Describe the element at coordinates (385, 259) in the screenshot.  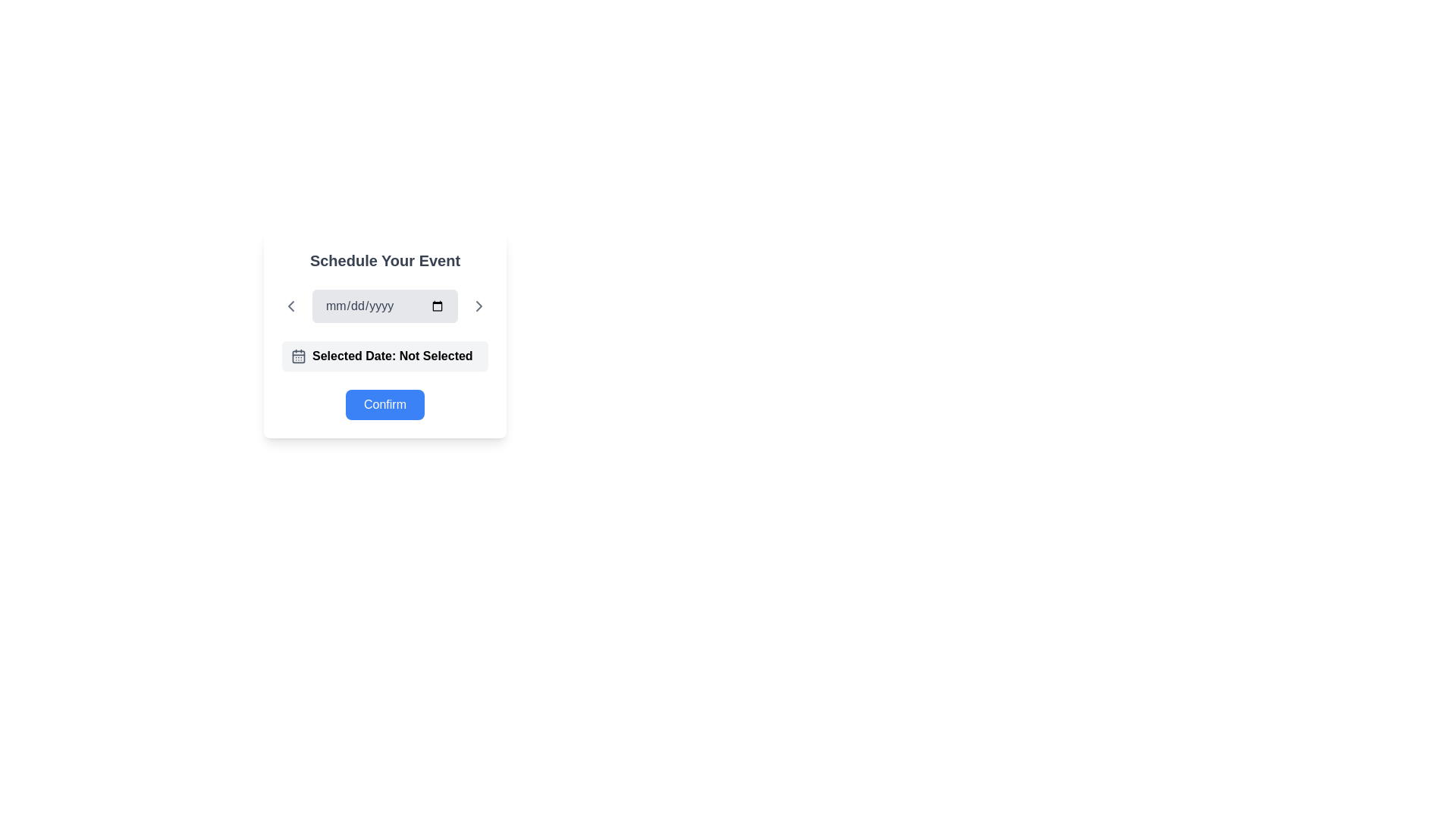
I see `the bold, extra-large gray text 'Schedule Your Event' at the top of the white rounded rectangular card` at that location.